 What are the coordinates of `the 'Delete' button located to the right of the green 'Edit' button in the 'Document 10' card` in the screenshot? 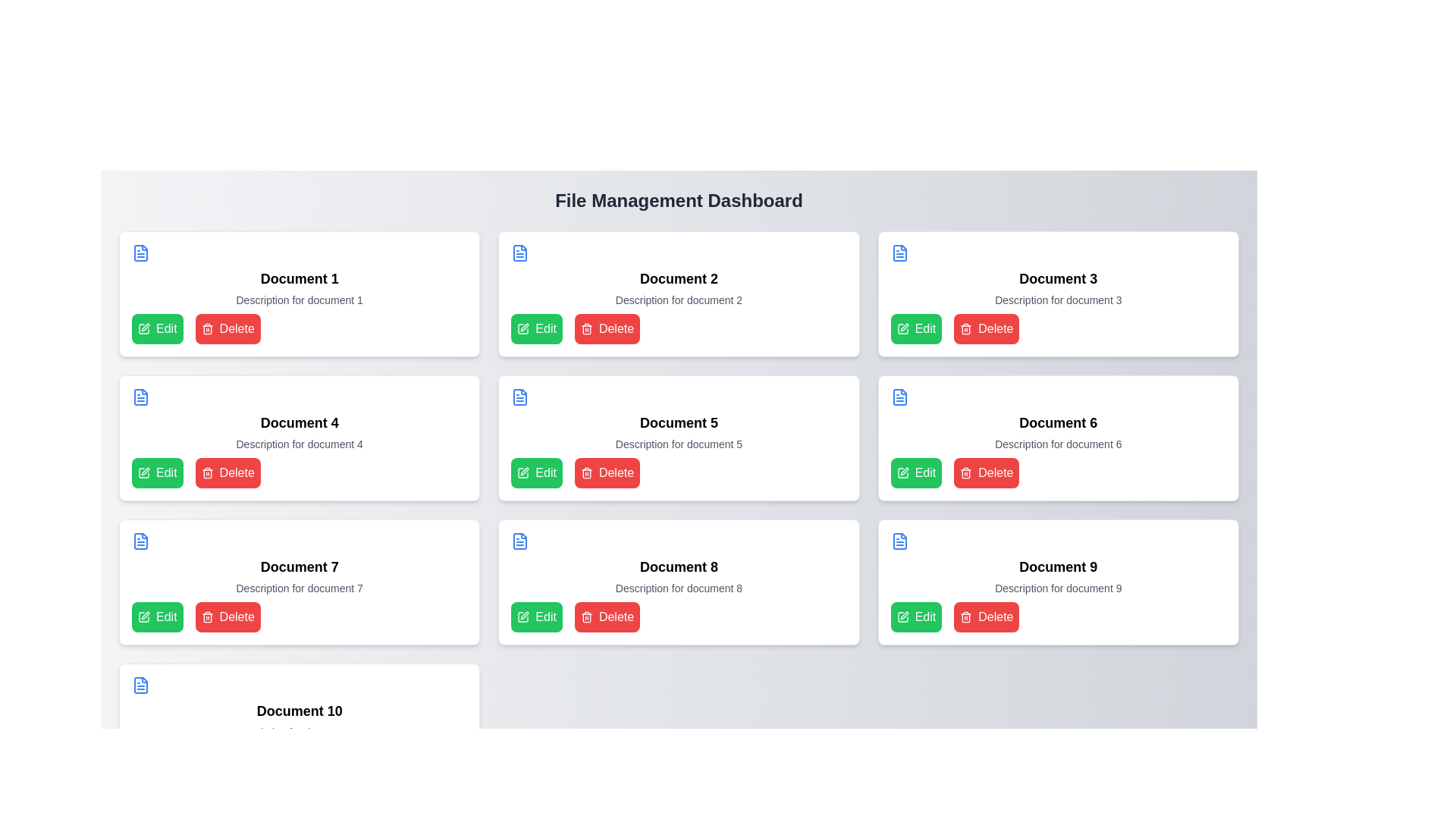 It's located at (227, 761).